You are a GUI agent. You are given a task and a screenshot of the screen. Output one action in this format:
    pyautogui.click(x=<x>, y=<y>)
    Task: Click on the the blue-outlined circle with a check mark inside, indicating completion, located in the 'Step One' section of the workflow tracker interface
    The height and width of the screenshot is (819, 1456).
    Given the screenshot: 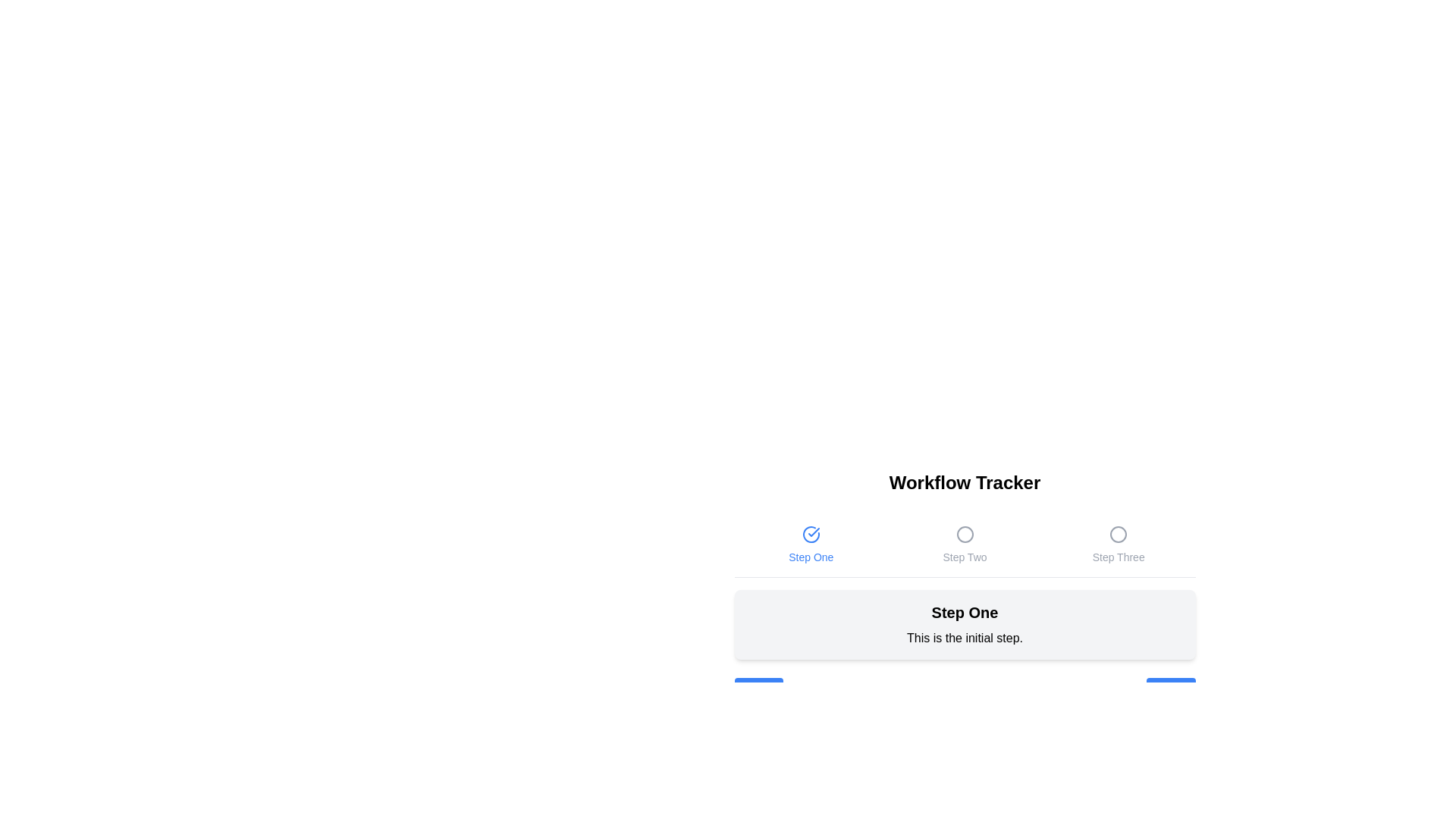 What is the action you would take?
    pyautogui.click(x=810, y=534)
    